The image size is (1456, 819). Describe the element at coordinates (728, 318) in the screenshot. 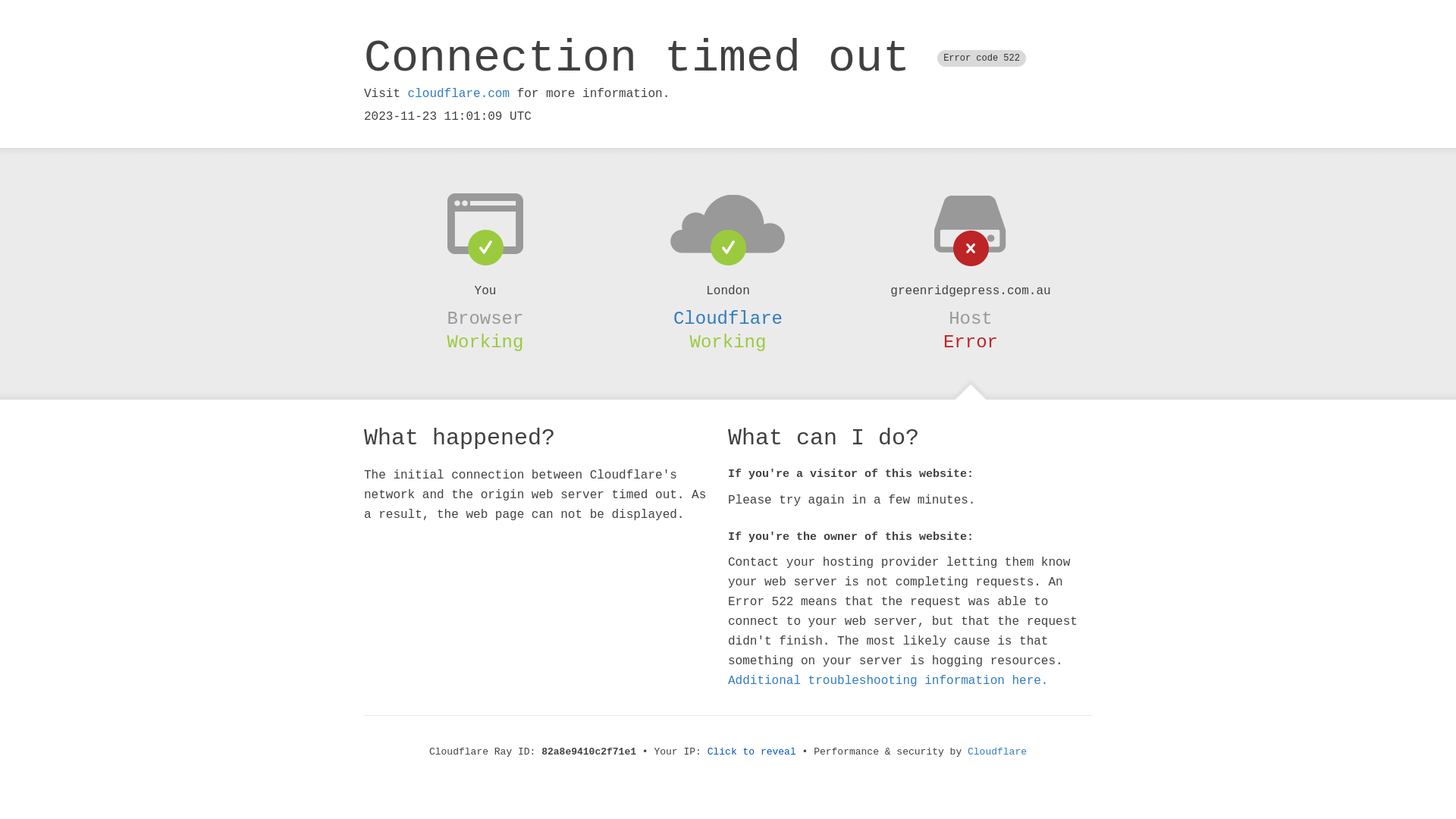

I see `'Cloudflare'` at that location.